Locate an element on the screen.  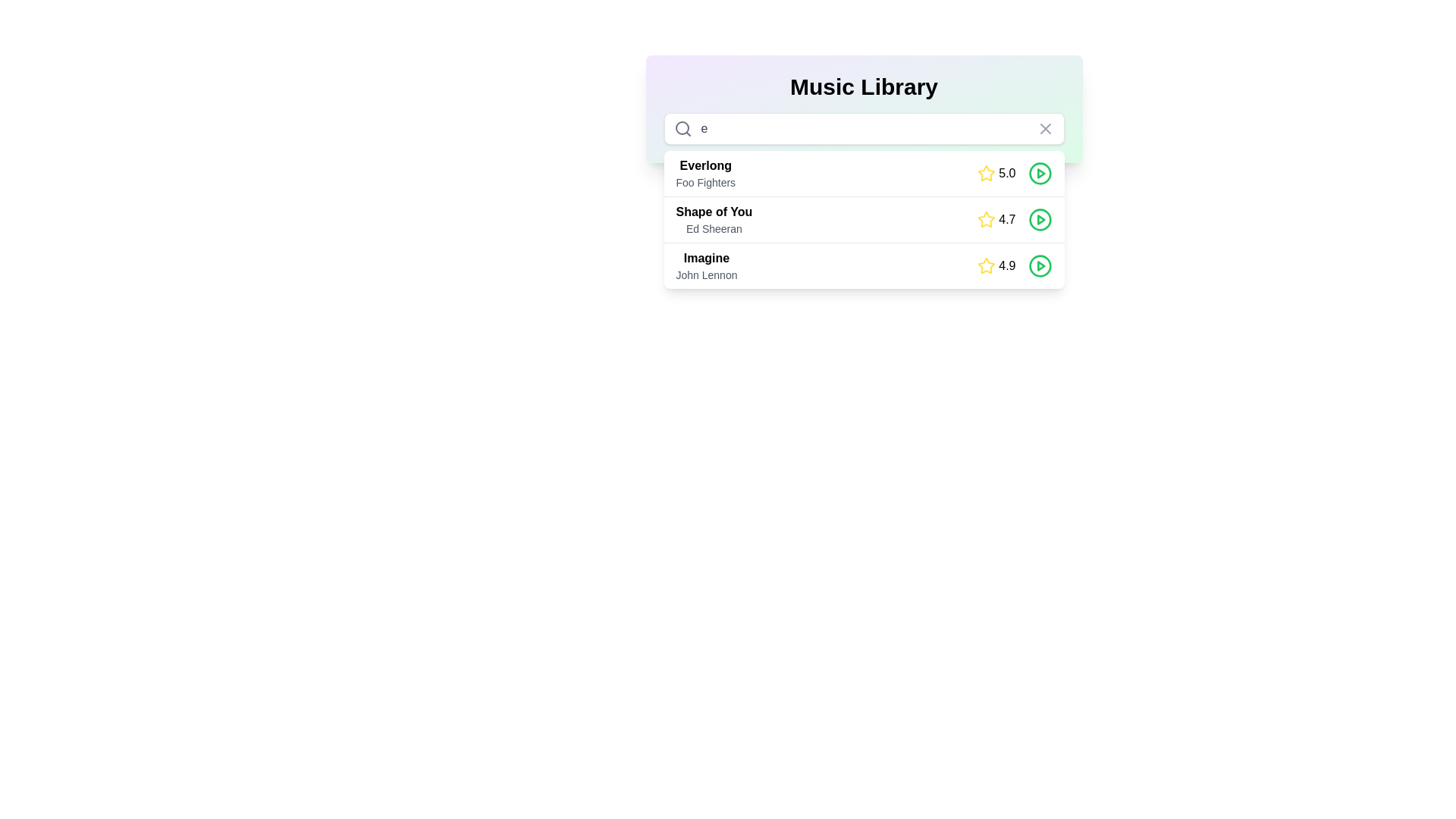
the star icon with a yellow border located to the right of 'Everlong - Foo Fighters' is located at coordinates (987, 172).